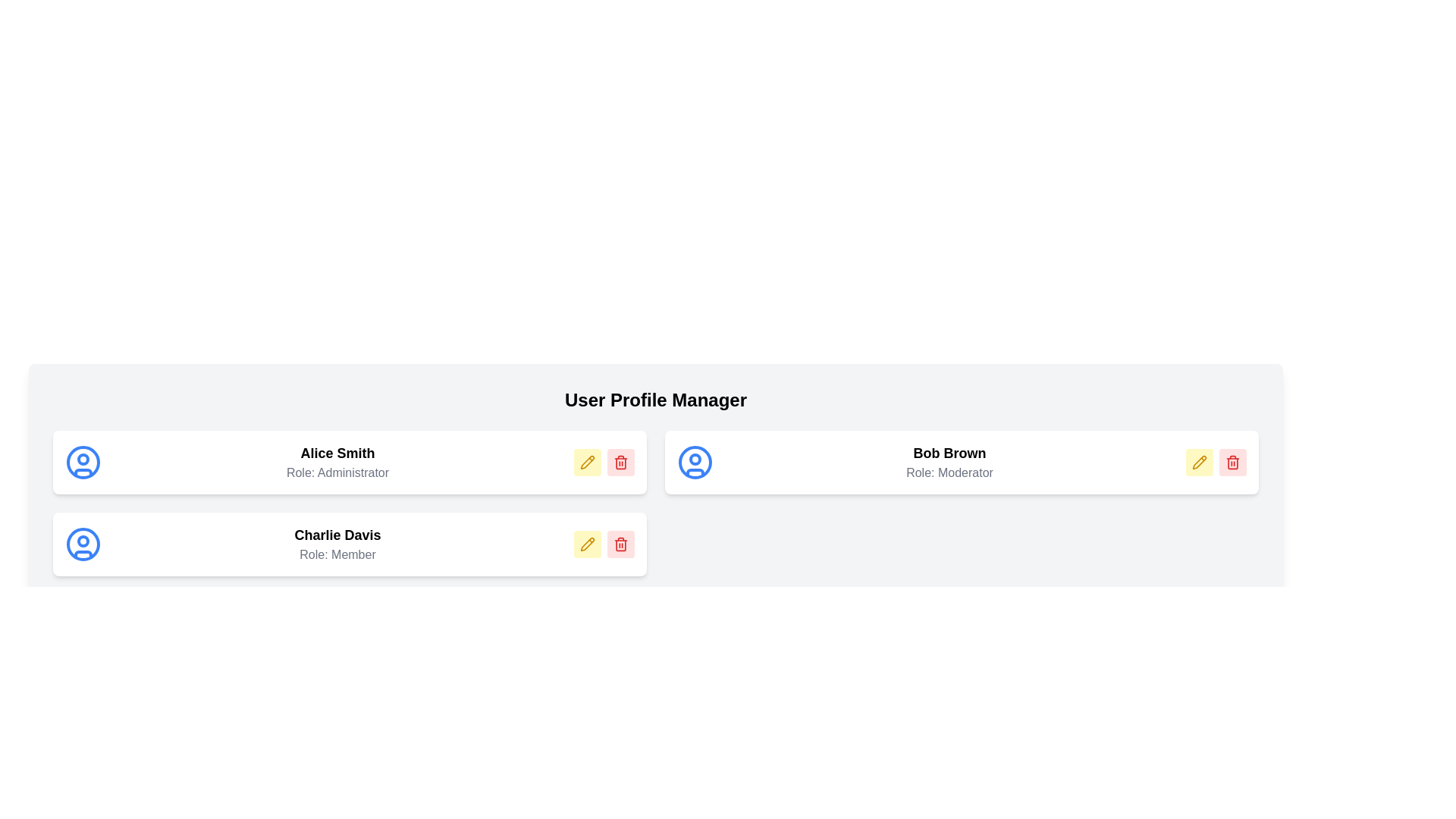 The image size is (1456, 819). Describe the element at coordinates (83, 543) in the screenshot. I see `the outermost circular component of the user icon representing Charlie Davis's profile, which is styled in blue and serves as the boundary of the avatar` at that location.